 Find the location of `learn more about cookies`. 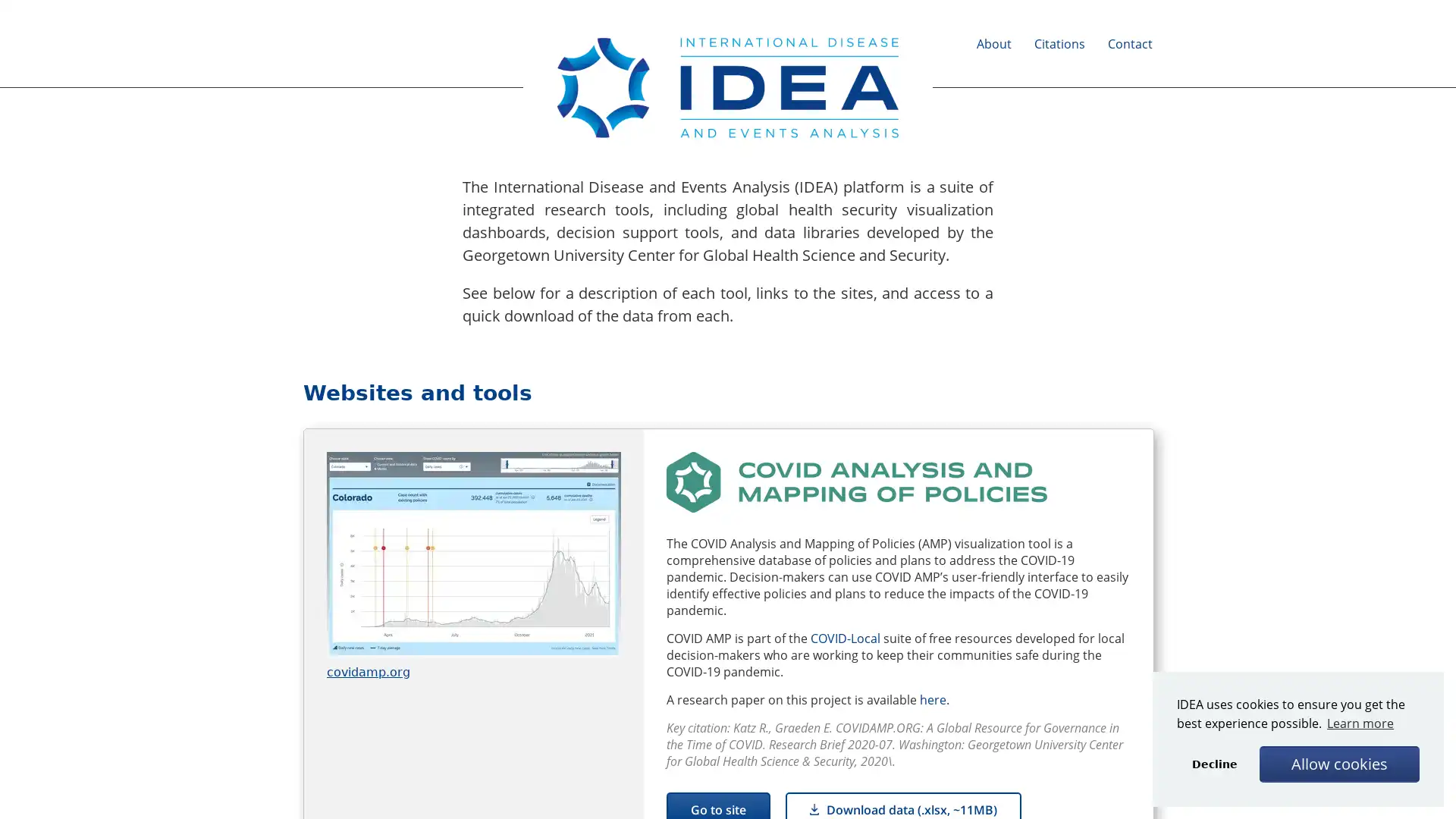

learn more about cookies is located at coordinates (1360, 722).